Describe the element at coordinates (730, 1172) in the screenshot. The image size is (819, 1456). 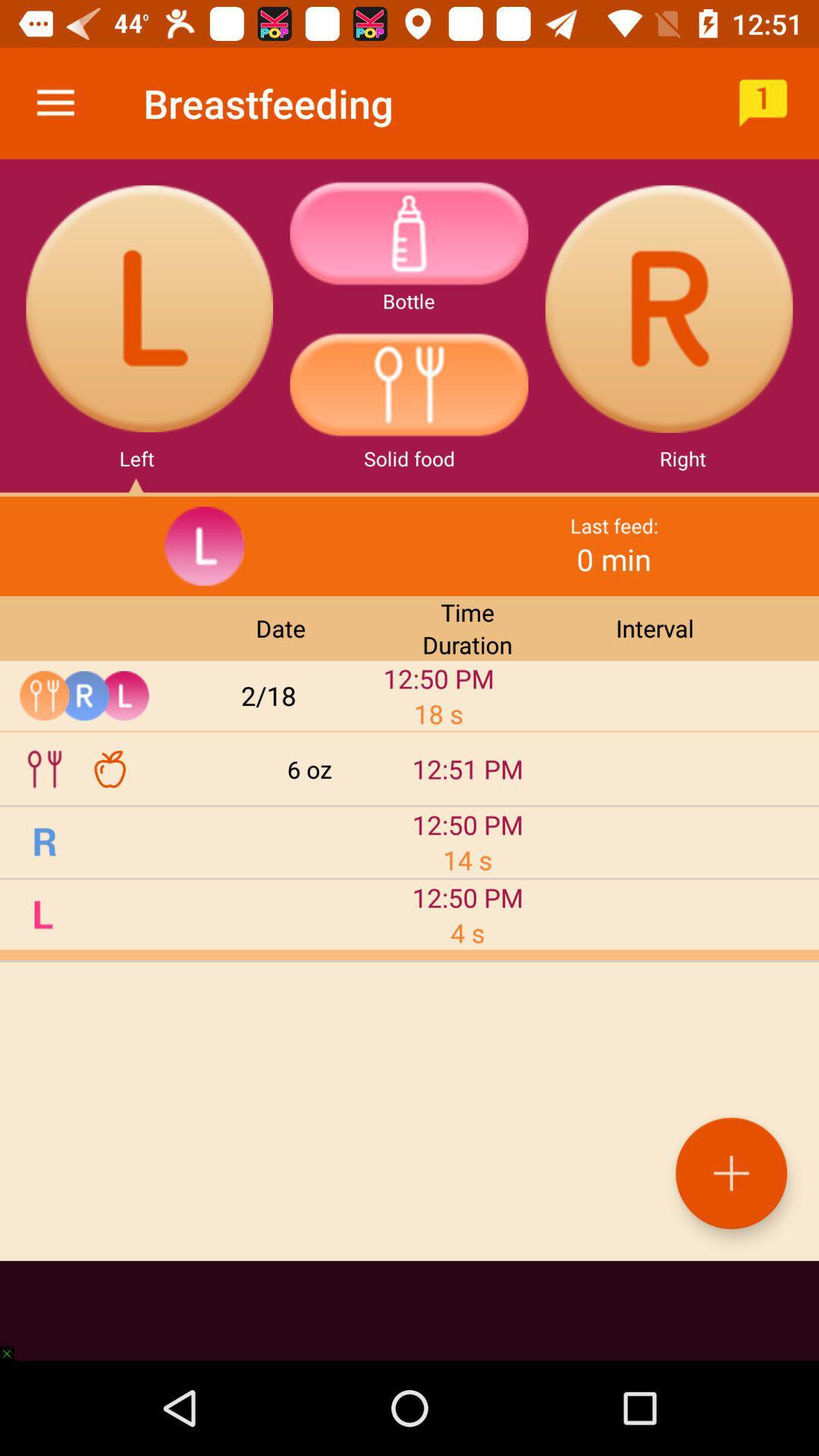
I see `the add icon` at that location.